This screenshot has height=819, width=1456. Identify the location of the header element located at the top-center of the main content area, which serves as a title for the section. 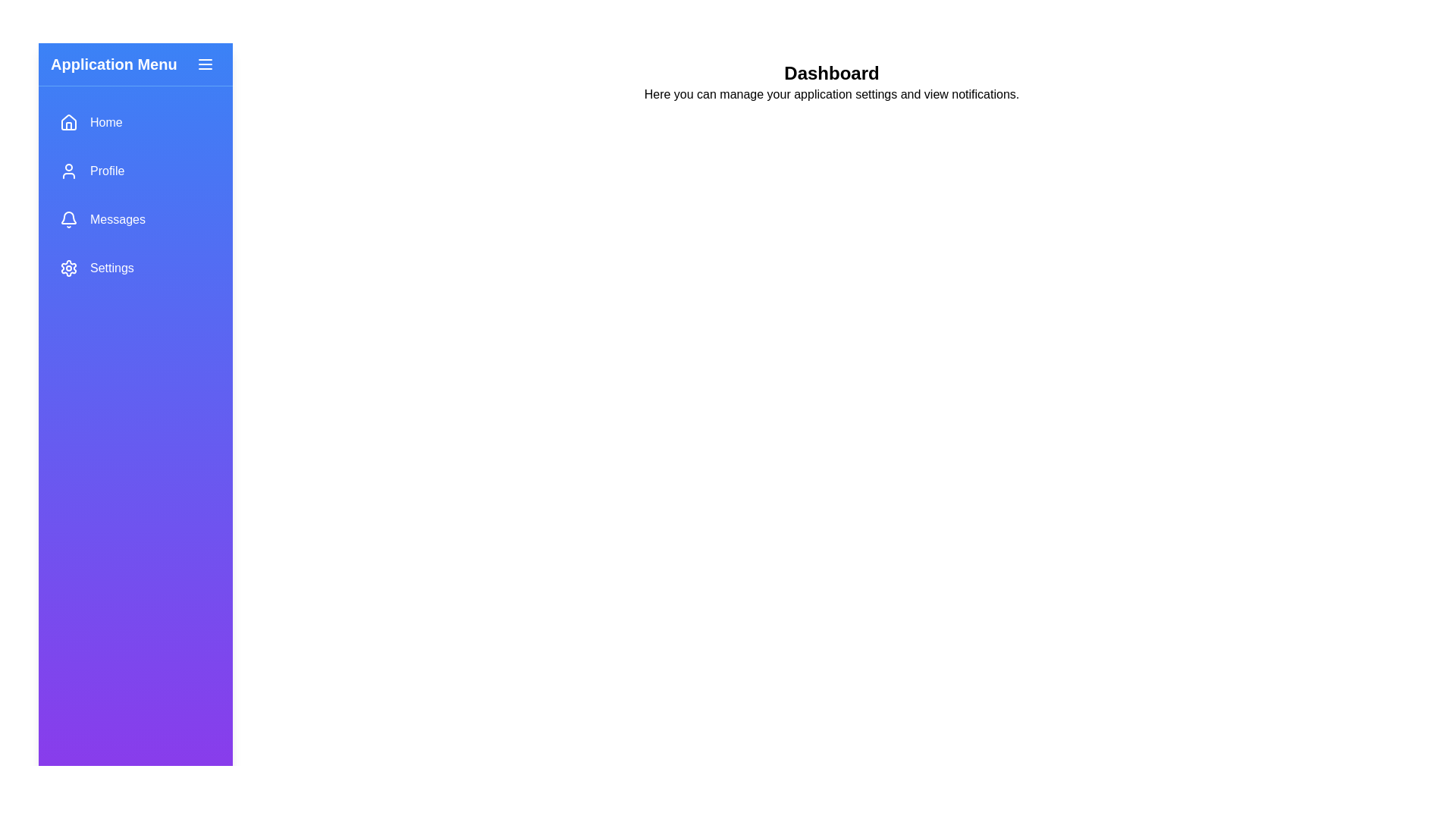
(831, 73).